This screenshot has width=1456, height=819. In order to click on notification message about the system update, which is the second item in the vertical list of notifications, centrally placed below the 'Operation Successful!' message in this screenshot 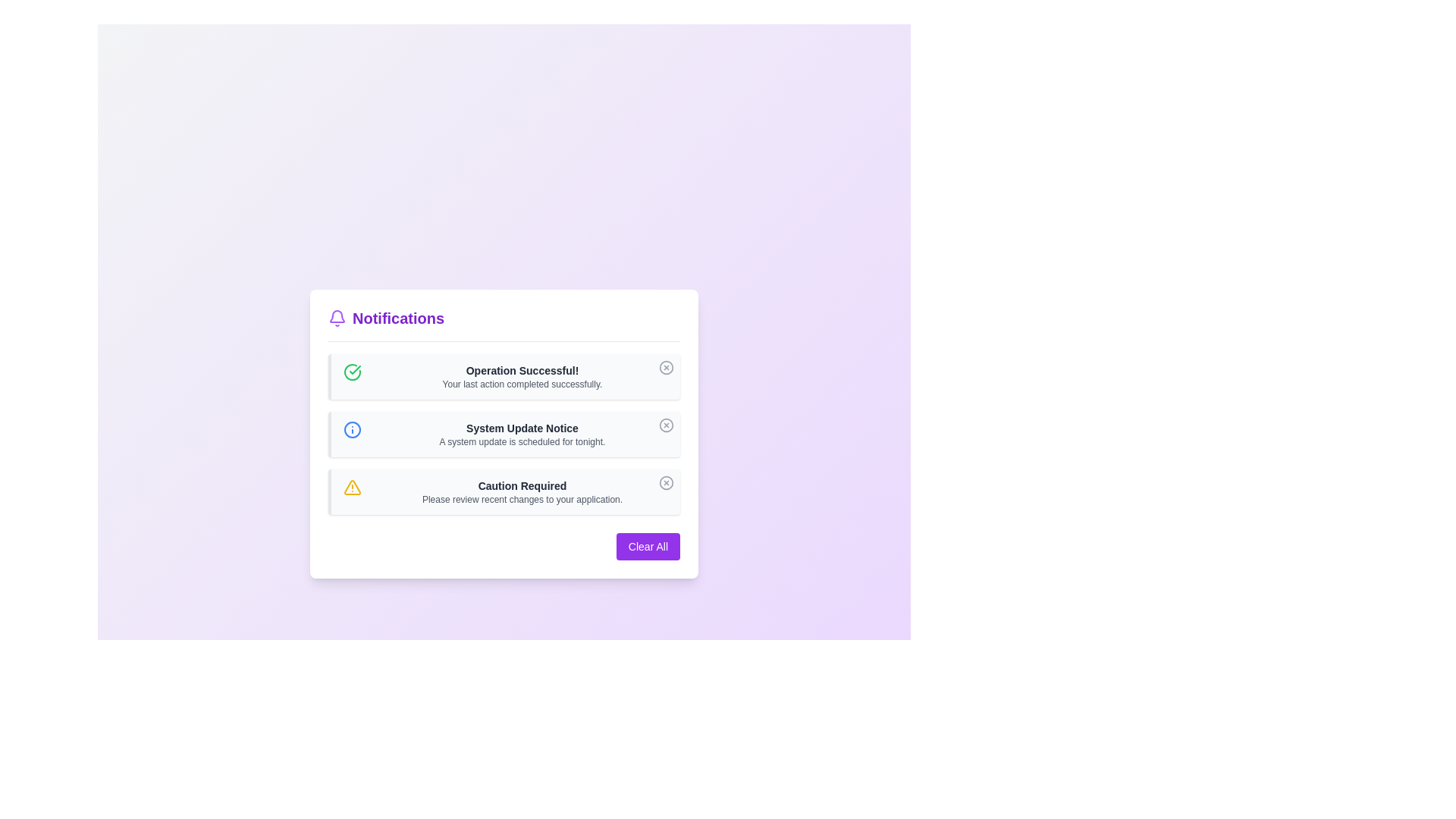, I will do `click(522, 434)`.